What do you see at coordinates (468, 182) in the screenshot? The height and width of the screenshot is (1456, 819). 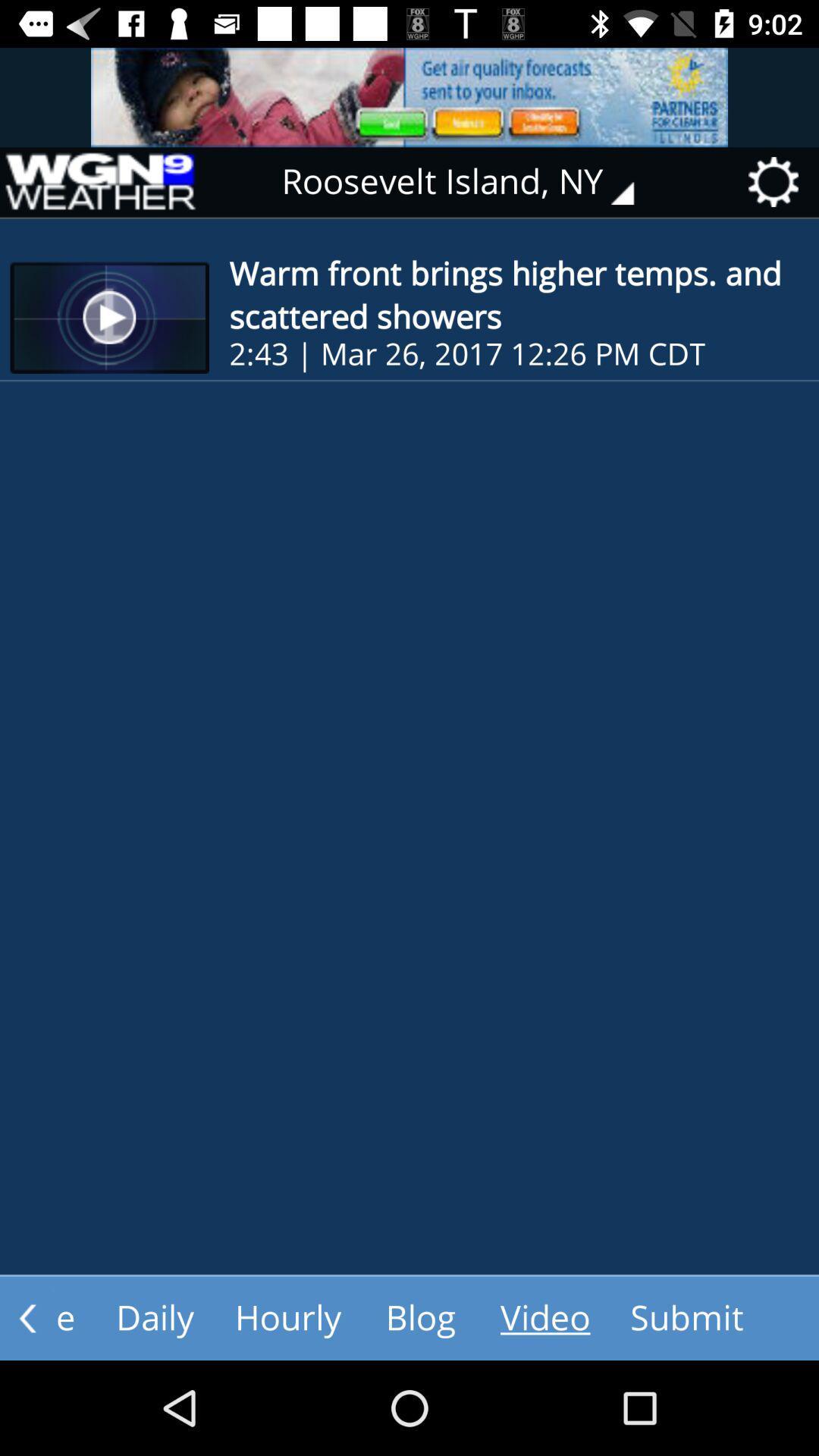 I see `the immediate text which is left to the setting icon` at bounding box center [468, 182].